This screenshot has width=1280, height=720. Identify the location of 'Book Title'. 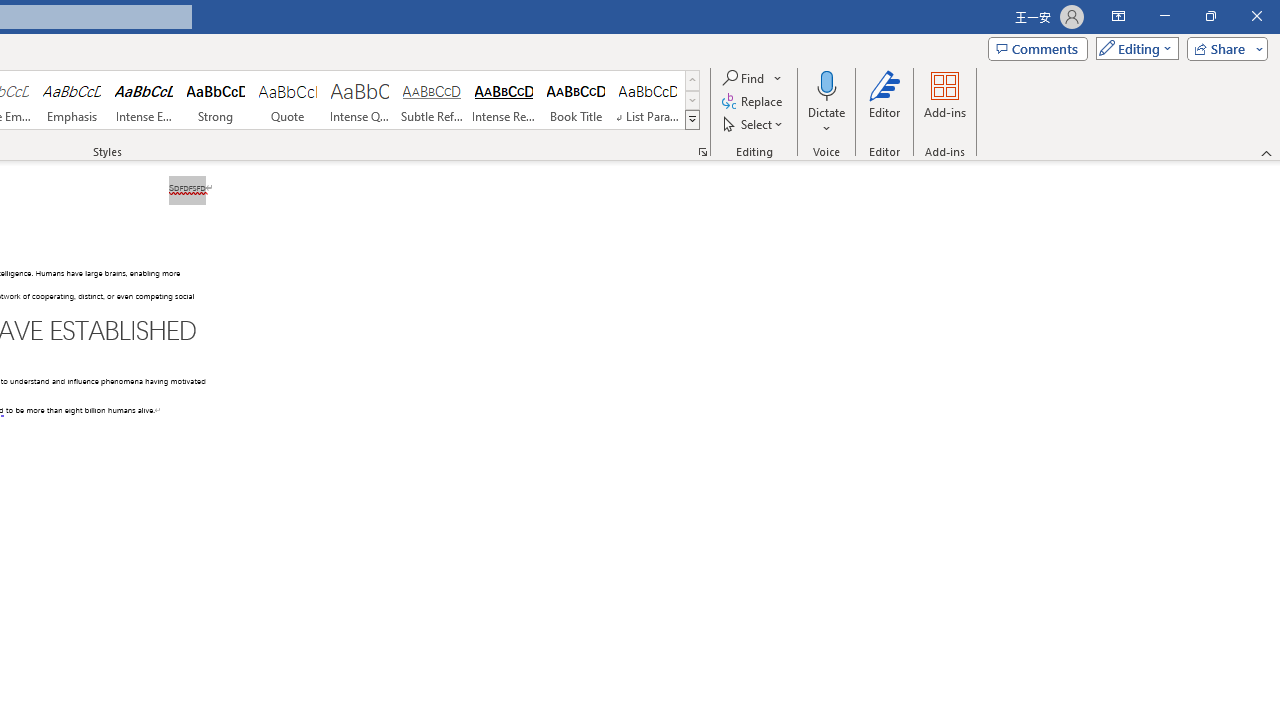
(575, 100).